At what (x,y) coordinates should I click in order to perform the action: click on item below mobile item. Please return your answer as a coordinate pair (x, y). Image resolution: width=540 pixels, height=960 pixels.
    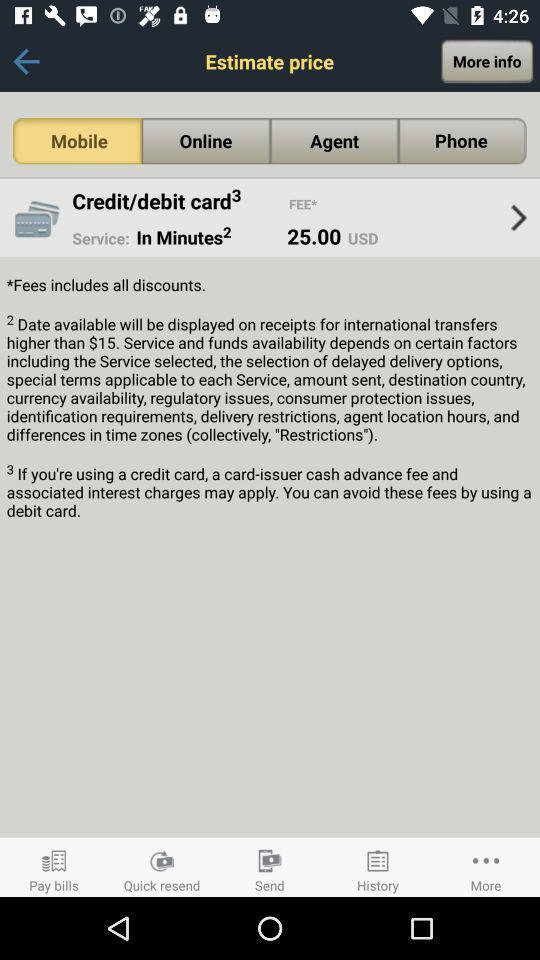
    Looking at the image, I should click on (36, 218).